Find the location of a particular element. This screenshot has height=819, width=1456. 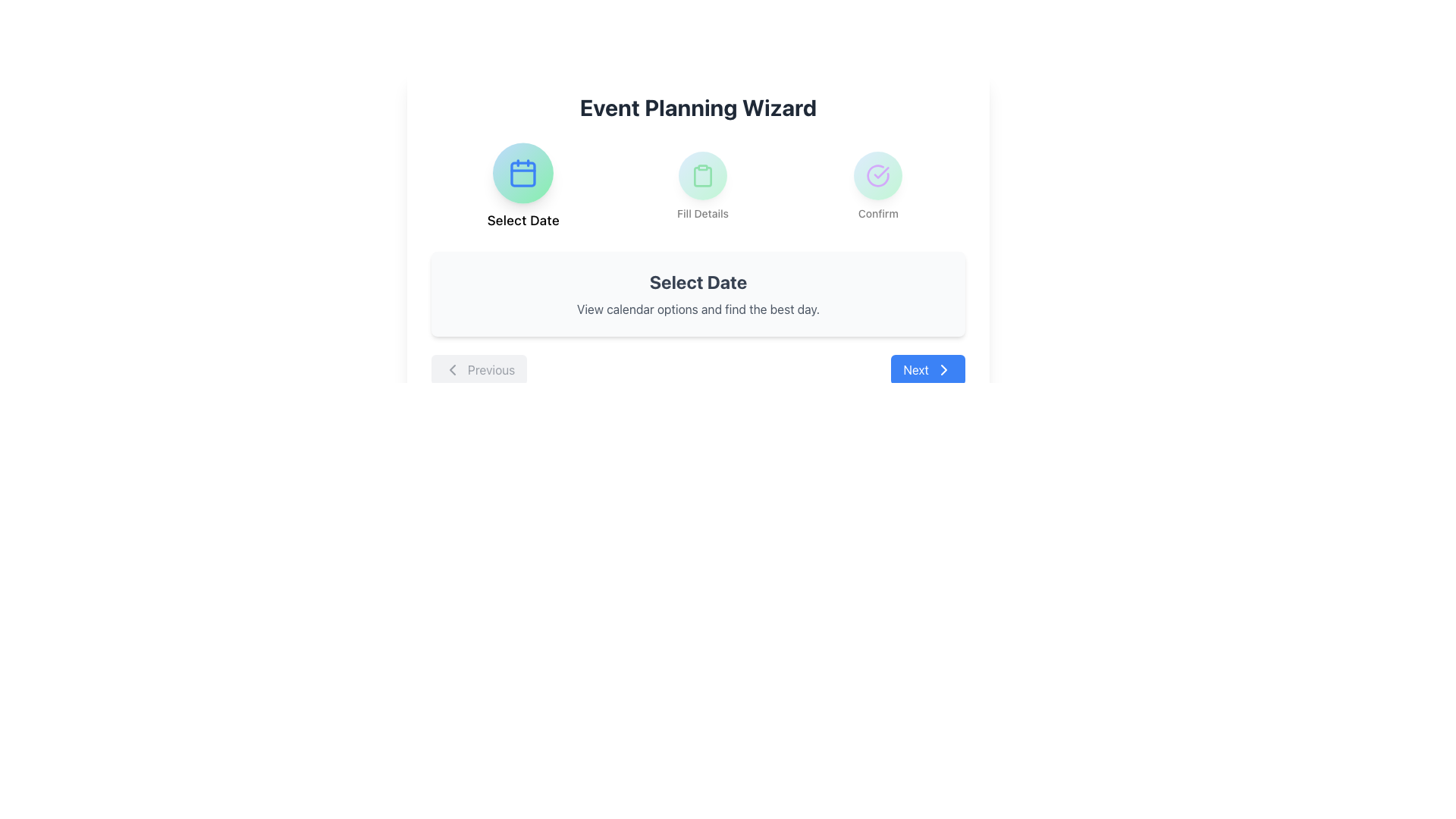

the 'Confirm' icon in the Event Planning Wizard process, which is represented by a decorative circle located in the top-right section of the interface is located at coordinates (878, 174).